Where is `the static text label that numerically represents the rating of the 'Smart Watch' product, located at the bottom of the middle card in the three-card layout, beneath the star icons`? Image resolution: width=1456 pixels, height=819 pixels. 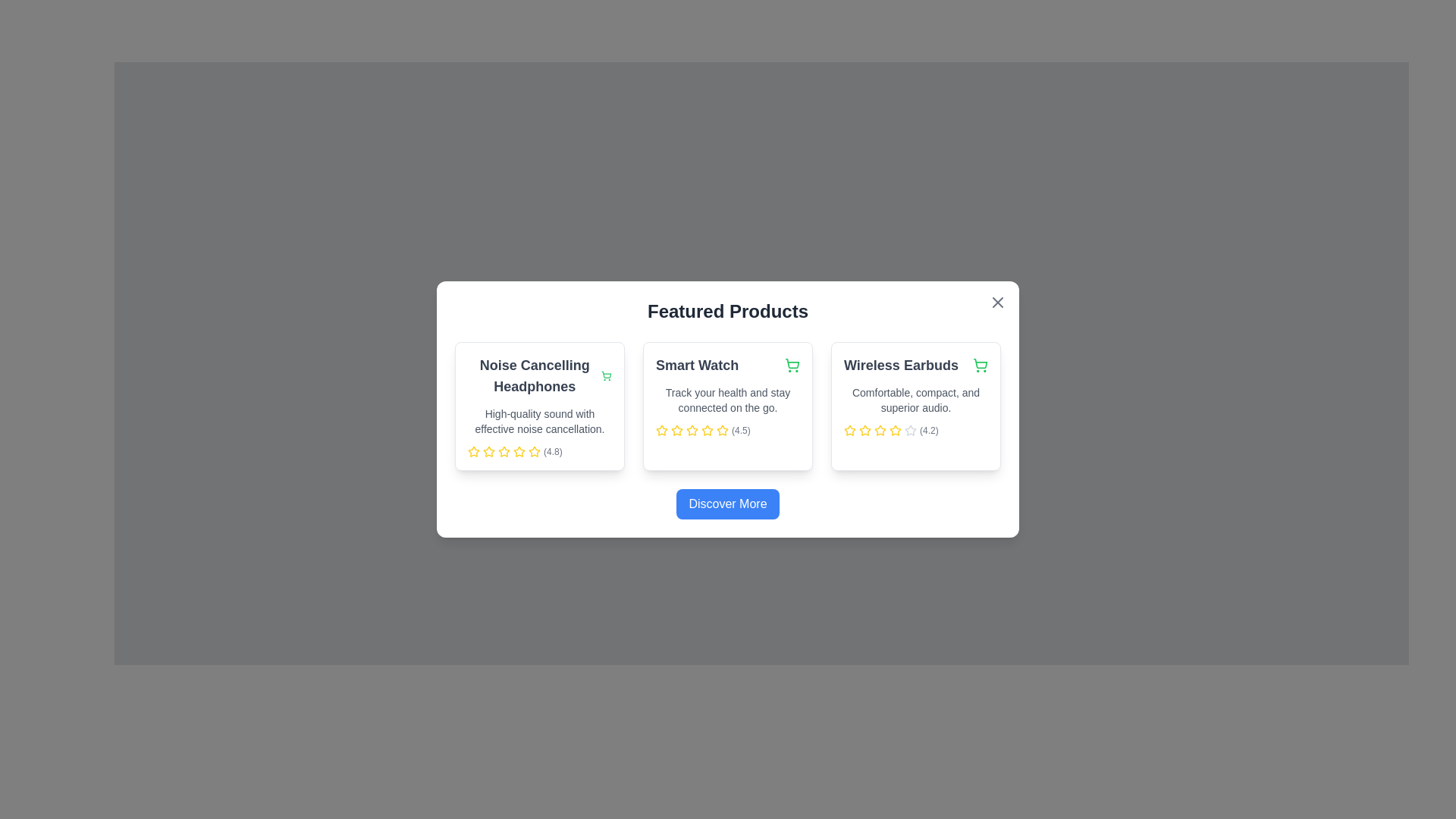 the static text label that numerically represents the rating of the 'Smart Watch' product, located at the bottom of the middle card in the three-card layout, beneath the star icons is located at coordinates (741, 430).